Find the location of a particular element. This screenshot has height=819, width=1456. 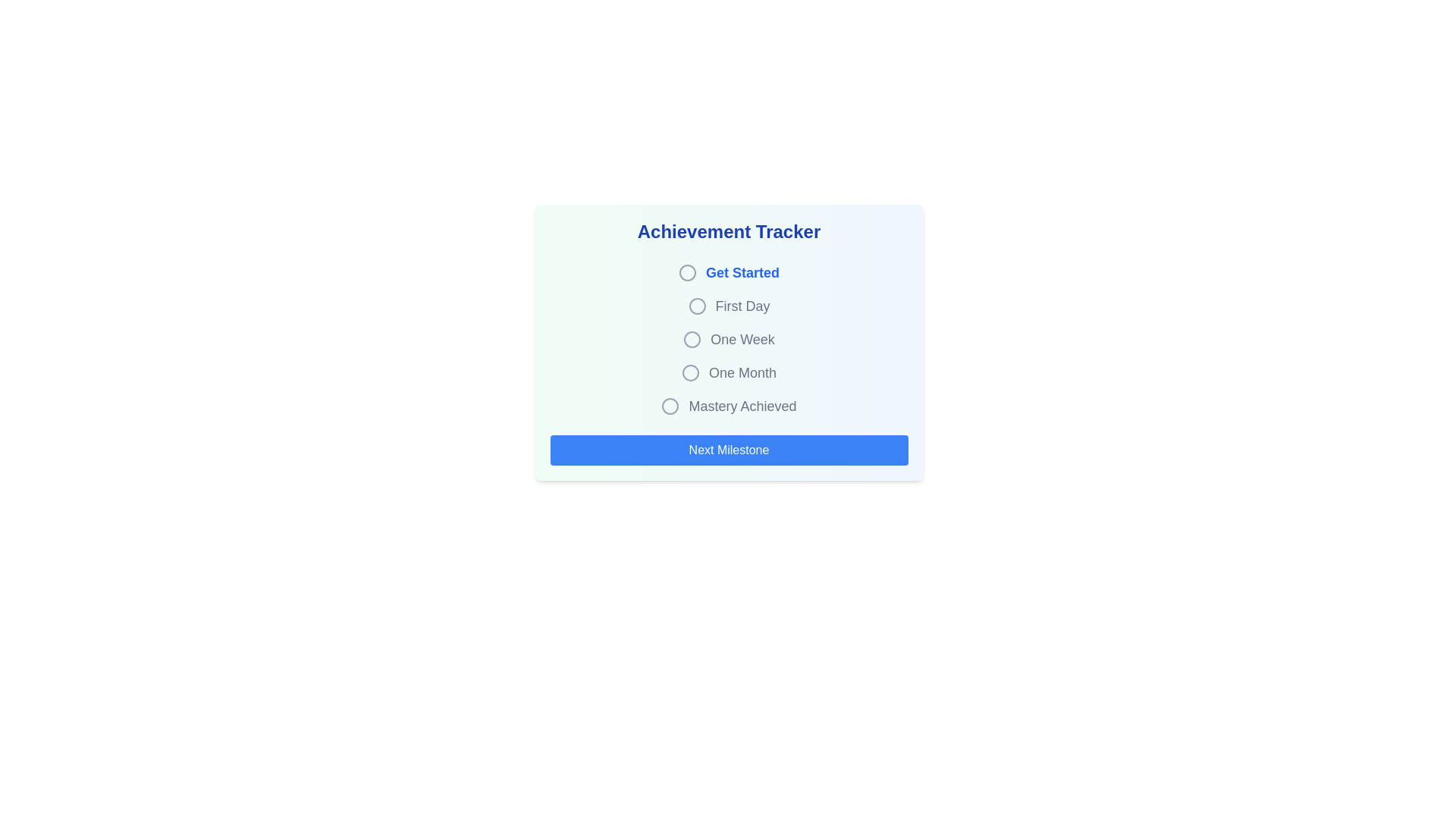

the radio button for the 'Mastery Achieved' milestone in the 'Achievement Tracker' section is located at coordinates (670, 406).